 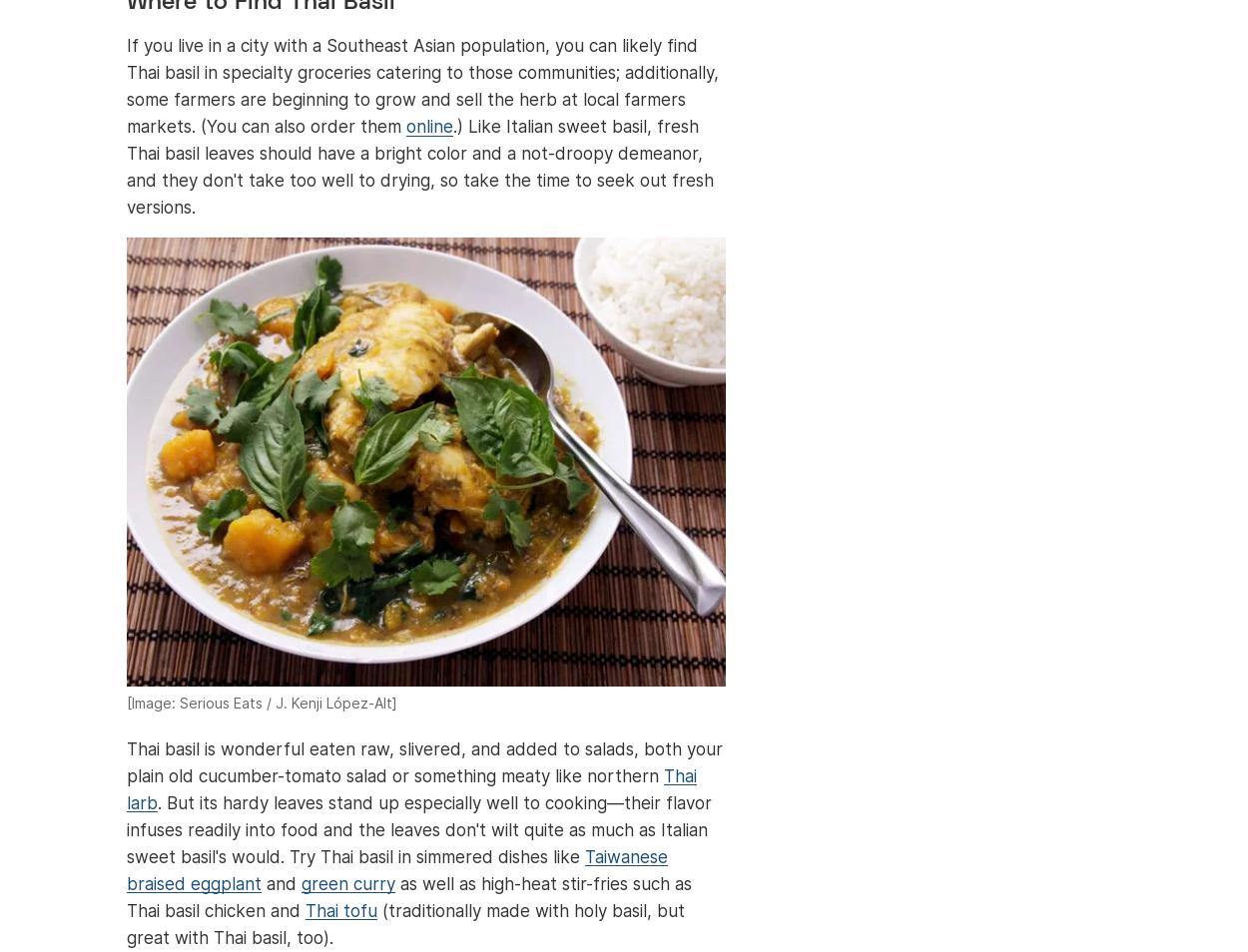 I want to click on 'Serious Eats / J. Kenji López-Alt', so click(x=286, y=702).